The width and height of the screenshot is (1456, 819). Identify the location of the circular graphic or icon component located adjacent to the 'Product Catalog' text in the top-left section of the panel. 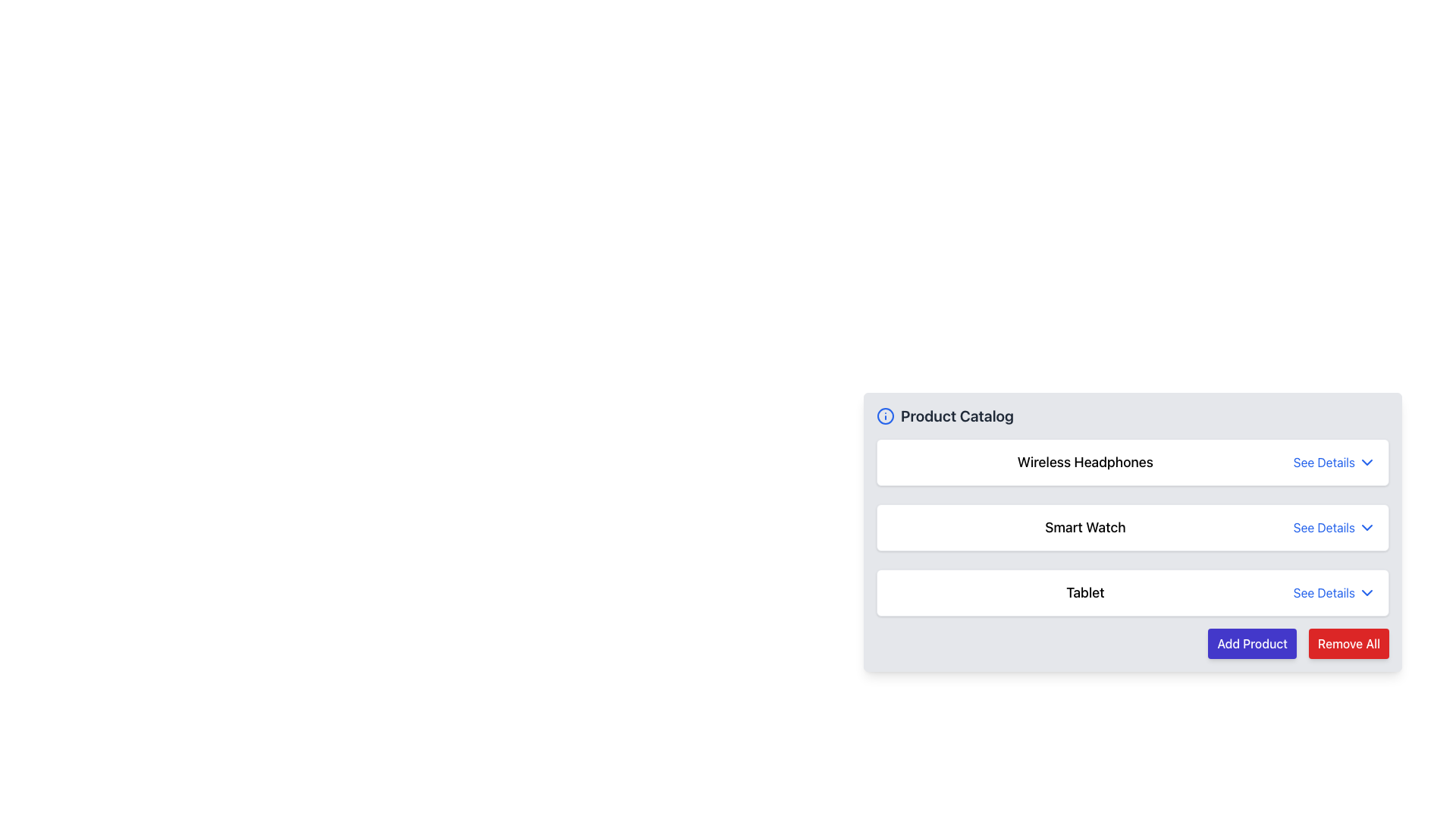
(885, 416).